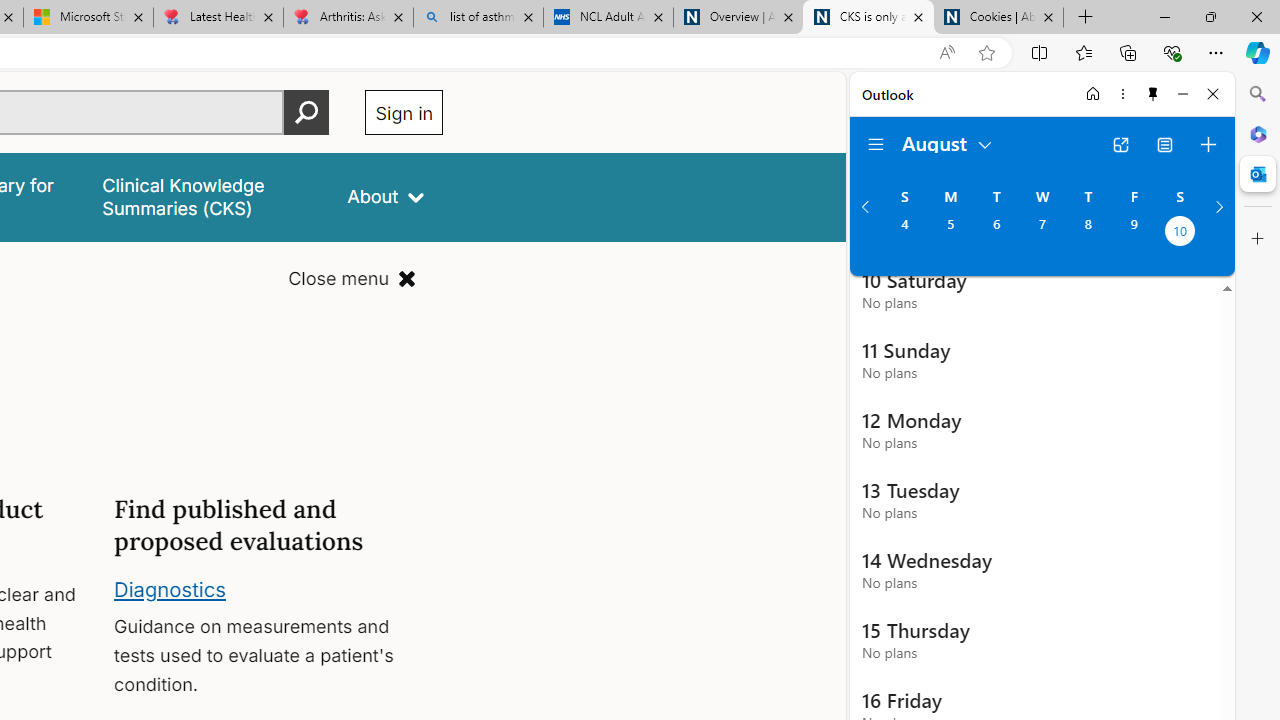  I want to click on 'Cookies | About | NICE', so click(999, 17).